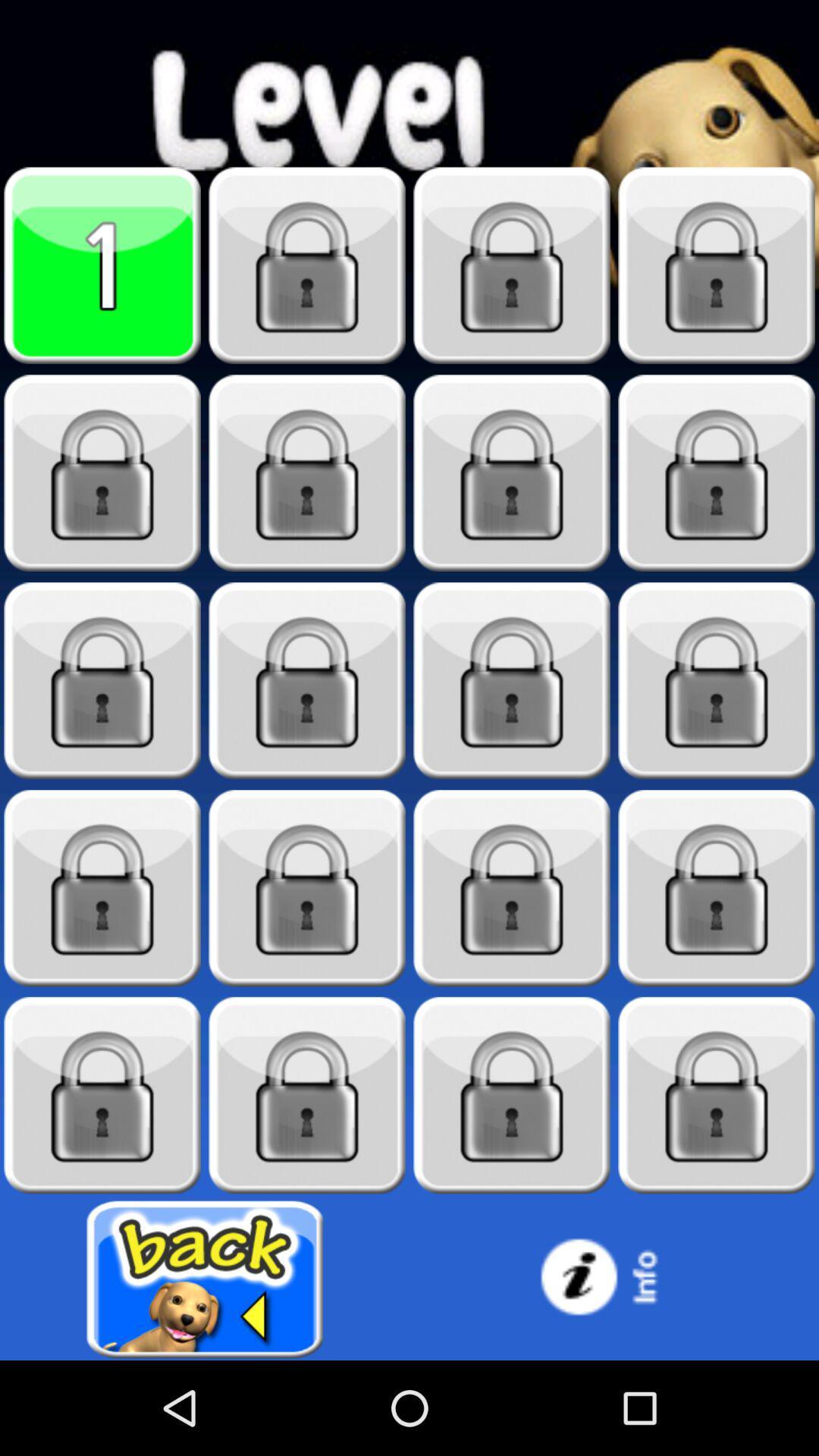 Image resolution: width=819 pixels, height=1456 pixels. I want to click on unlock level, so click(717, 888).